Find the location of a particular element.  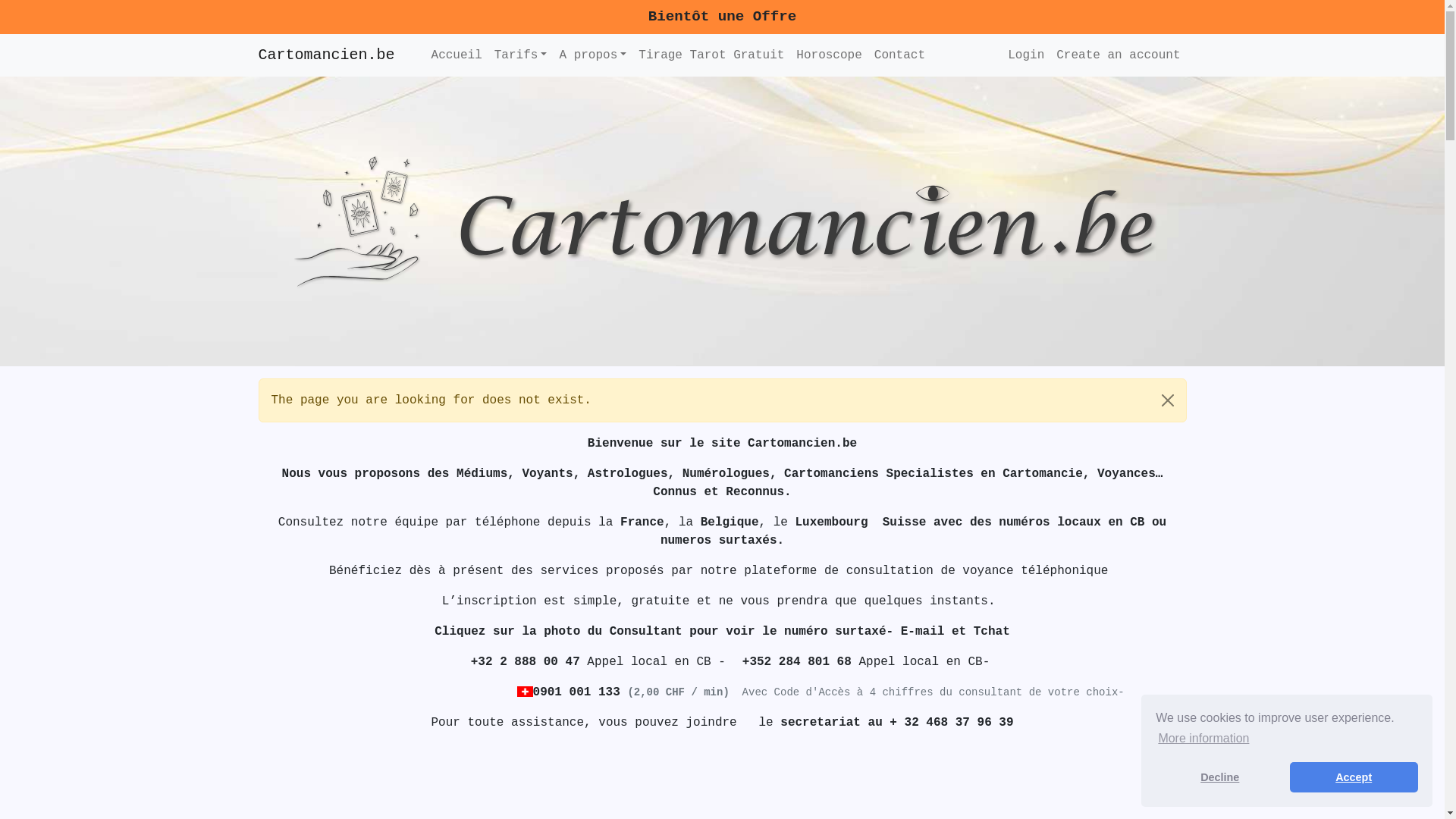

'Tarifs' is located at coordinates (520, 55).